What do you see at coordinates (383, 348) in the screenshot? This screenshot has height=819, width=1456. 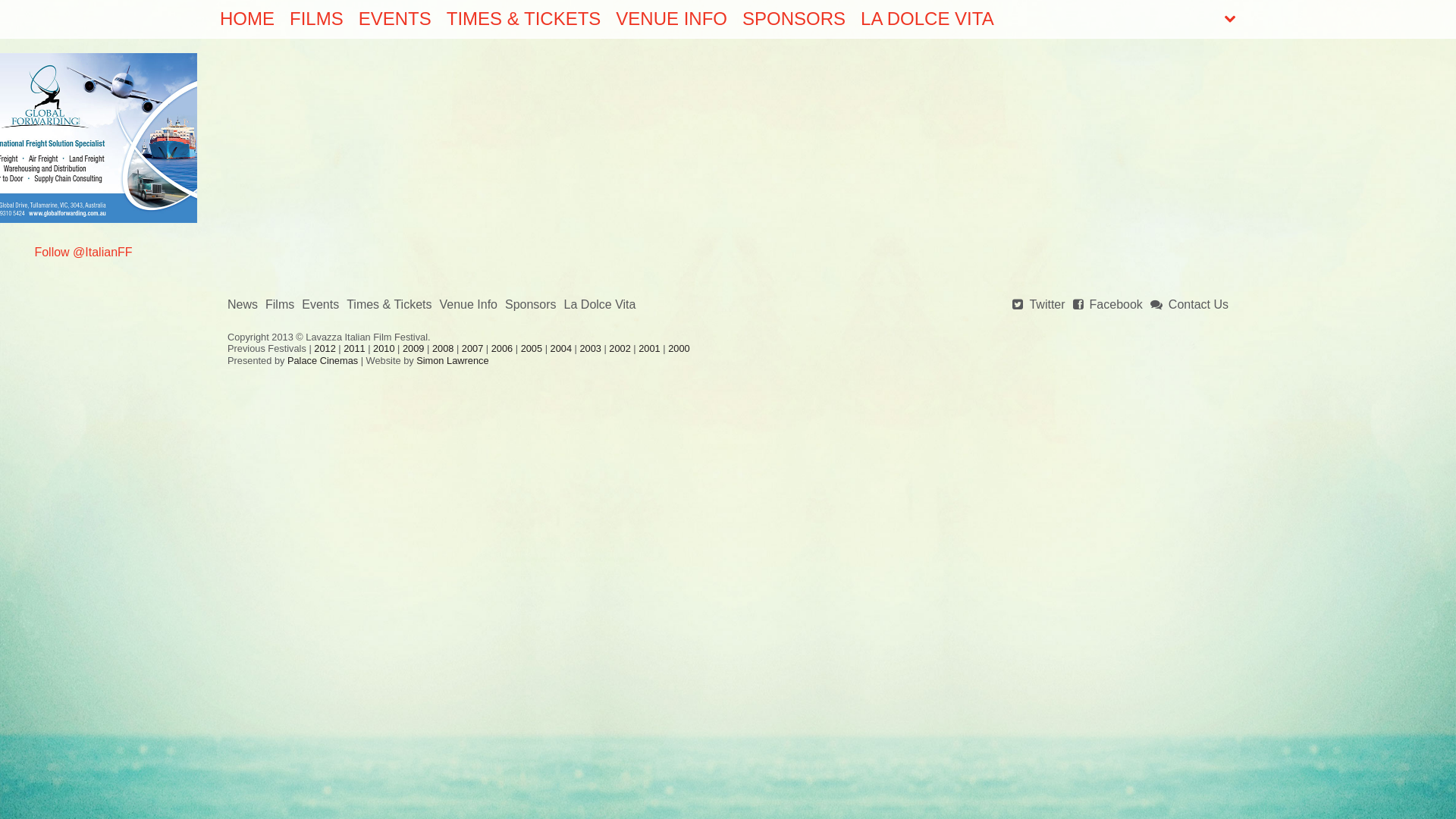 I see `'2010'` at bounding box center [383, 348].